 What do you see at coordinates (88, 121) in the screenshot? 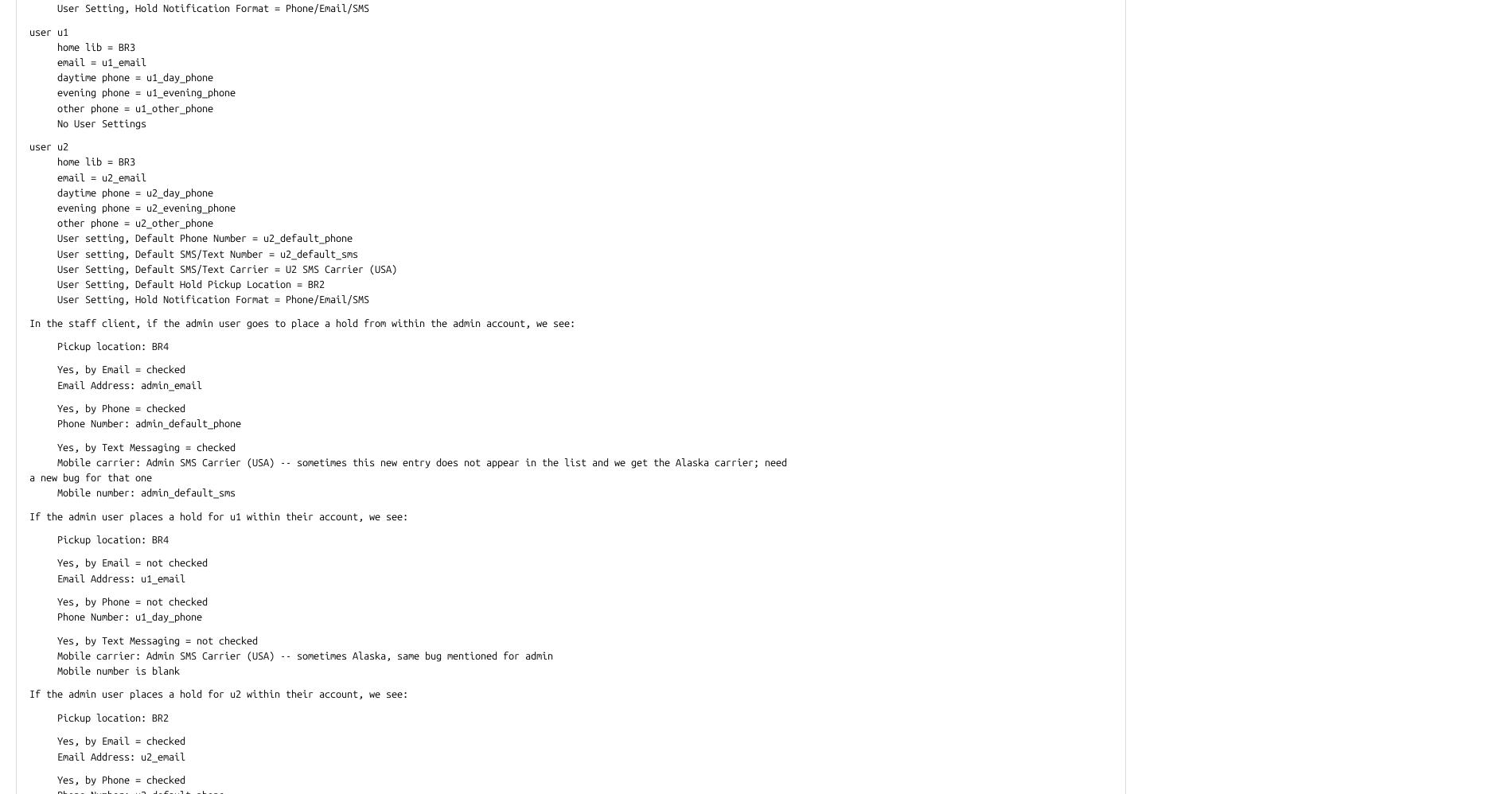
I see `'No User Settings'` at bounding box center [88, 121].